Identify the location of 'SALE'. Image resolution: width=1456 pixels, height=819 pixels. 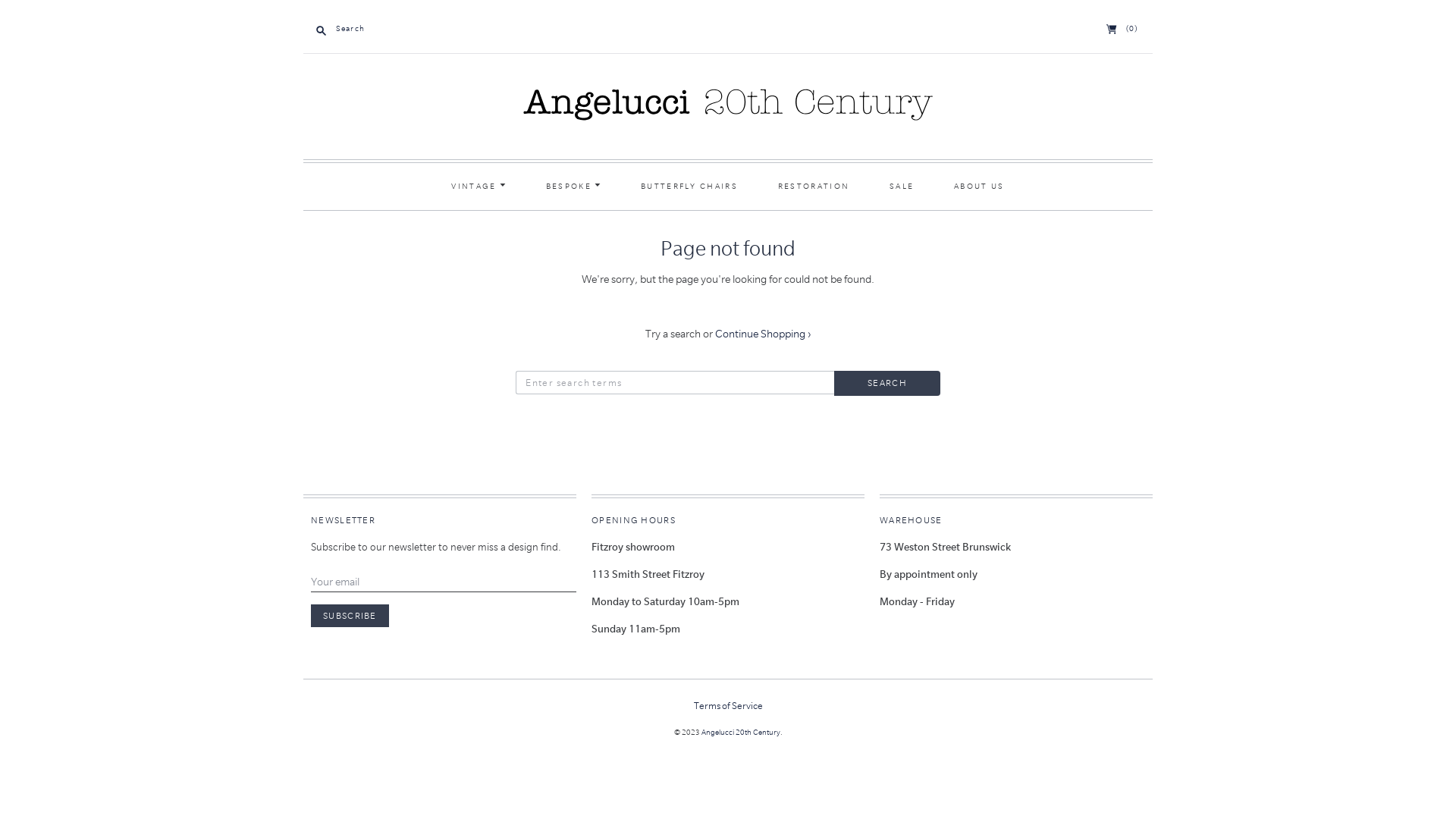
(872, 185).